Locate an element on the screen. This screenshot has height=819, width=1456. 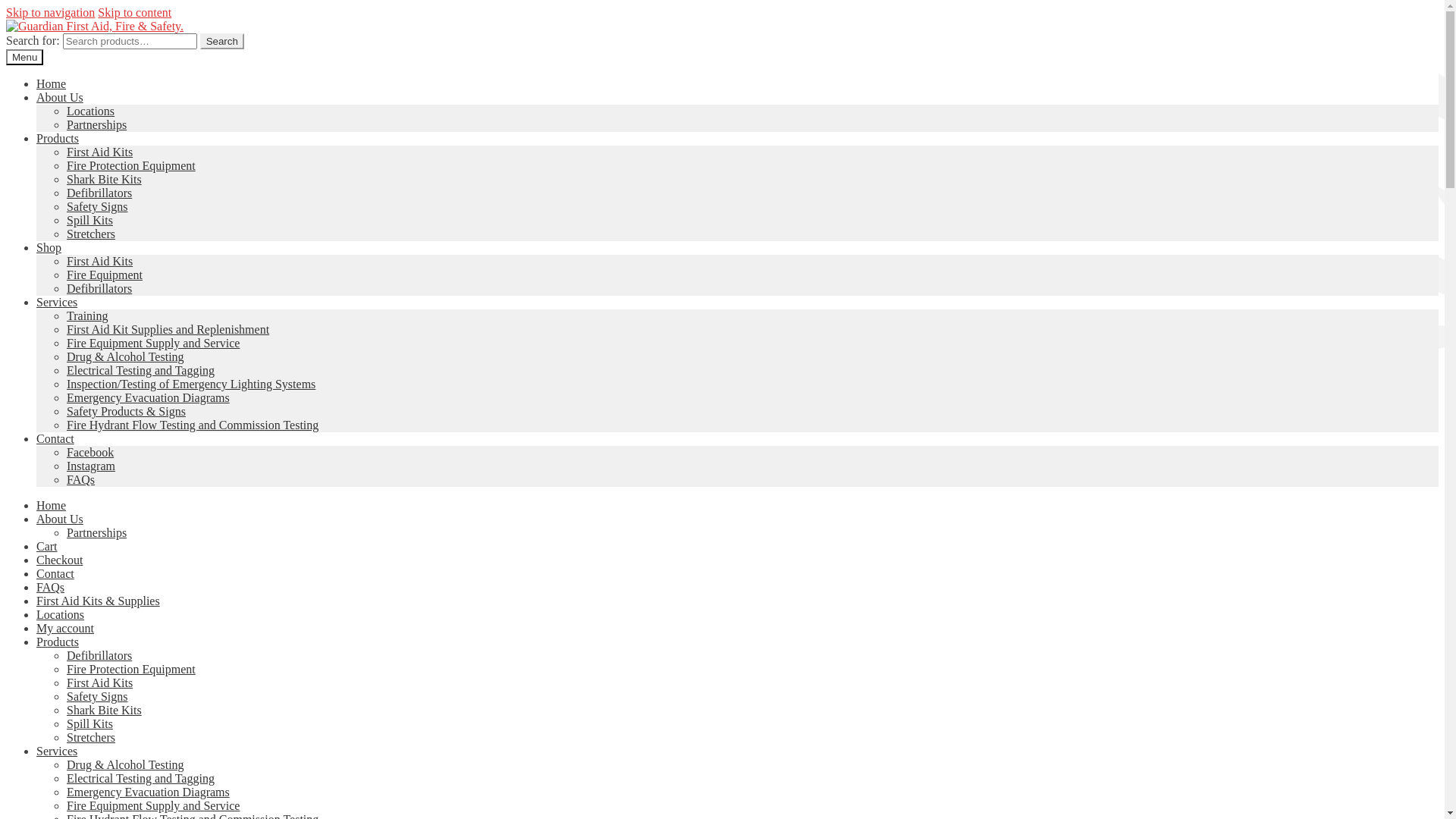
'Menu' is located at coordinates (24, 56).